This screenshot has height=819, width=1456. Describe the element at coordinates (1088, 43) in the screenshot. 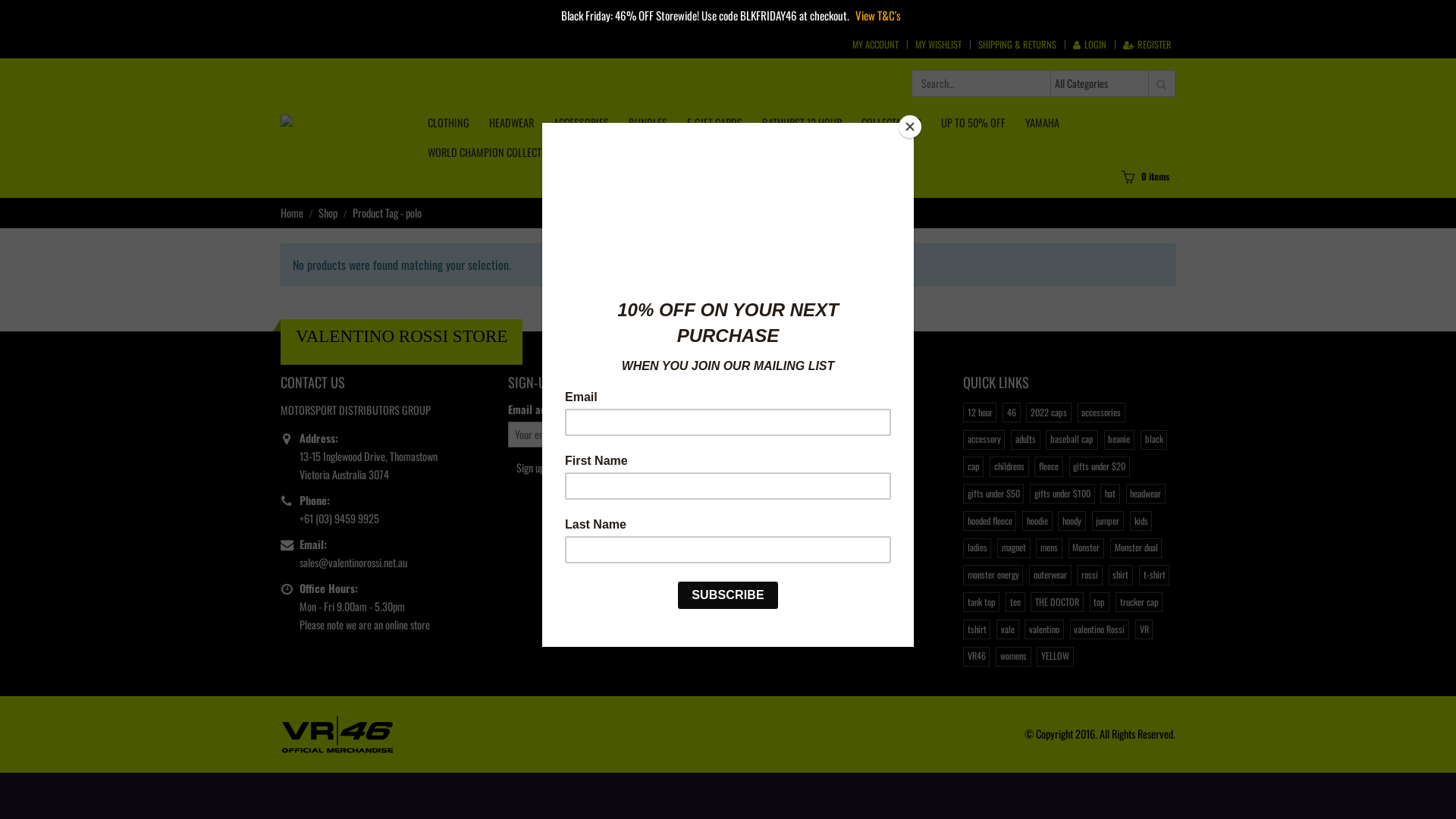

I see `'LOGIN'` at that location.